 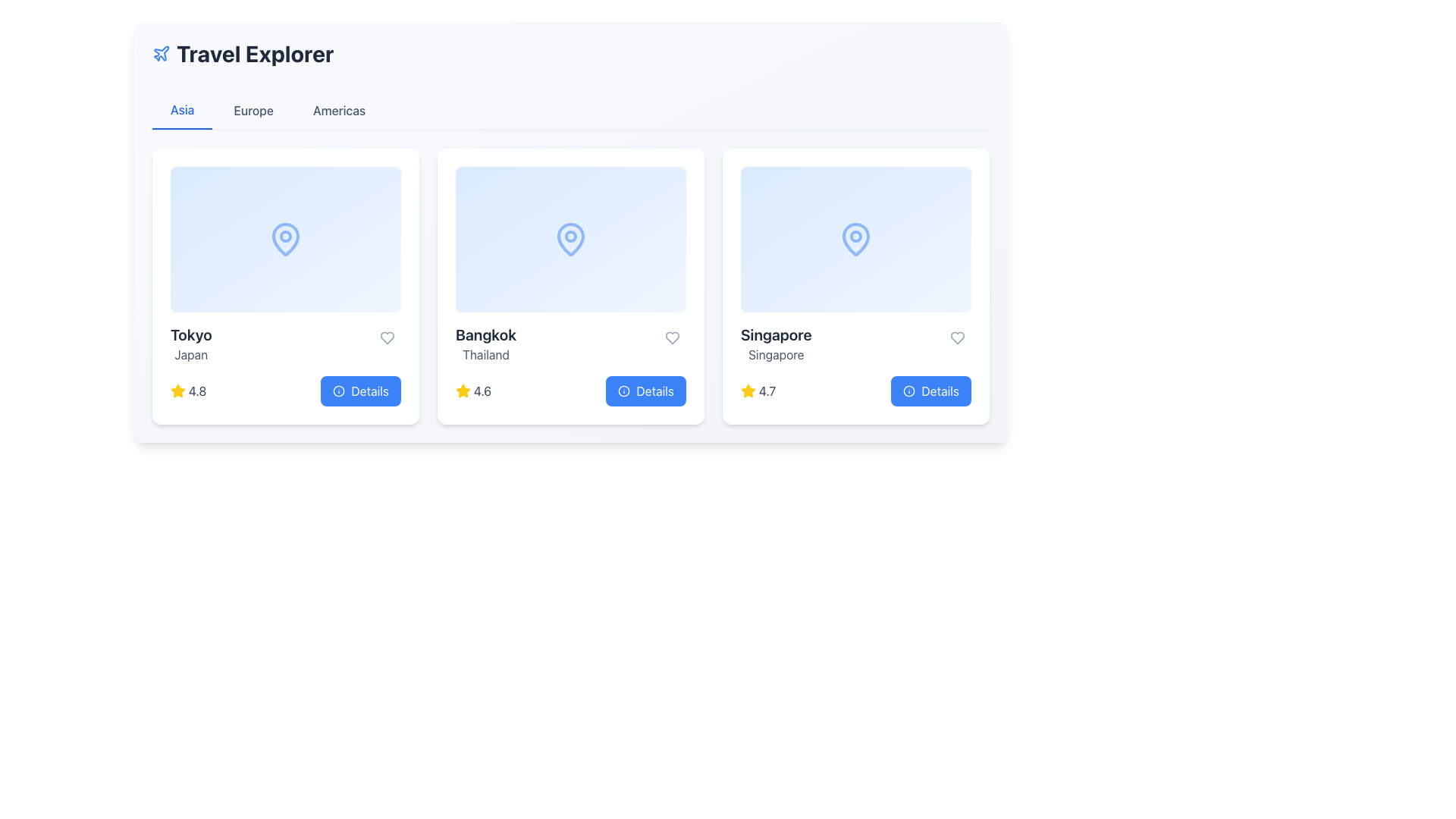 I want to click on central circular vector graphic of the information icon within the 'Details' button for the Singapore card, so click(x=909, y=391).